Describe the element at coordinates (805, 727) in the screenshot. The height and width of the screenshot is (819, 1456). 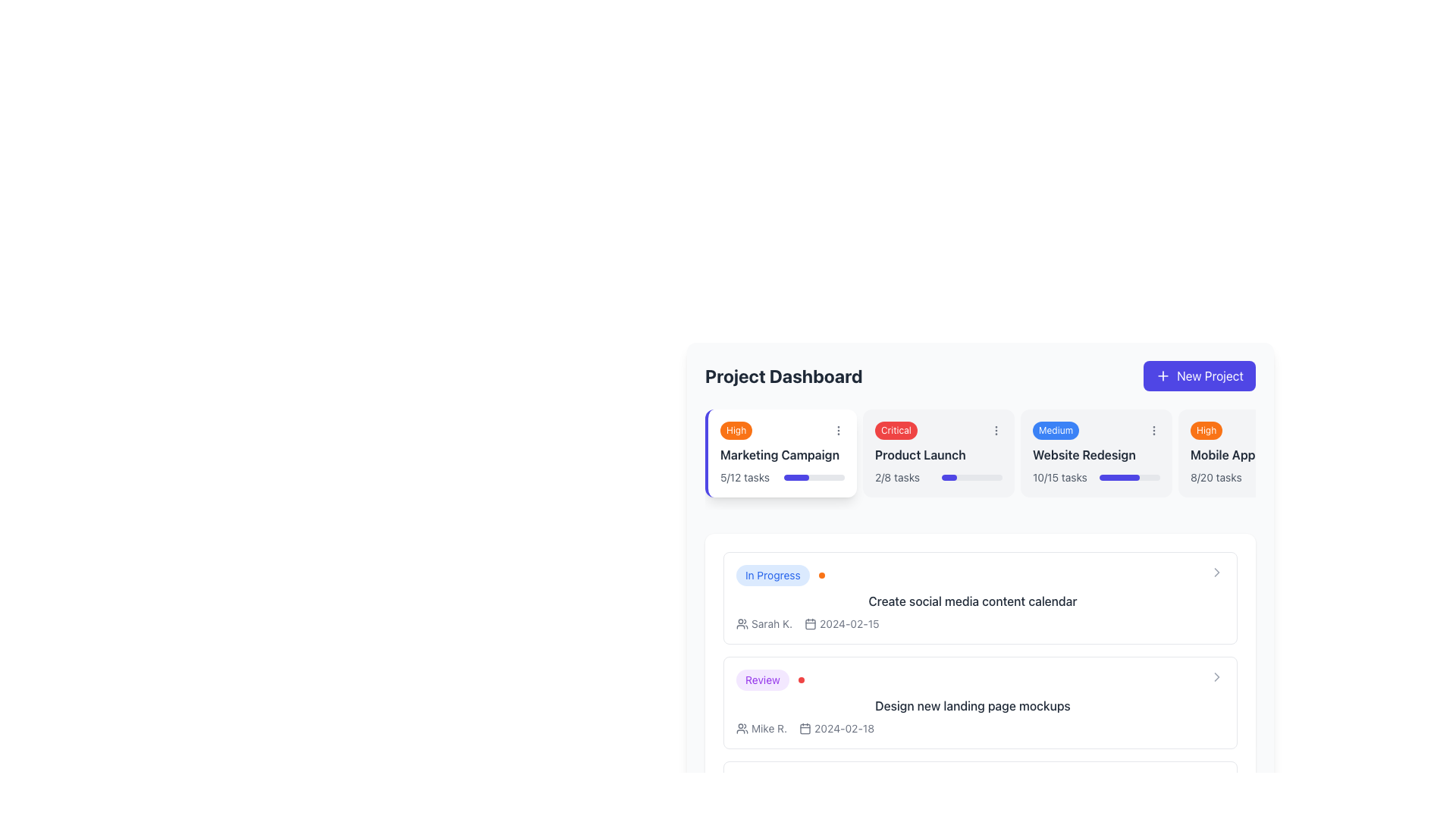
I see `the calendar icon located to the left of the text '2024-02-18', which serves as a visual cue for date-related information` at that location.